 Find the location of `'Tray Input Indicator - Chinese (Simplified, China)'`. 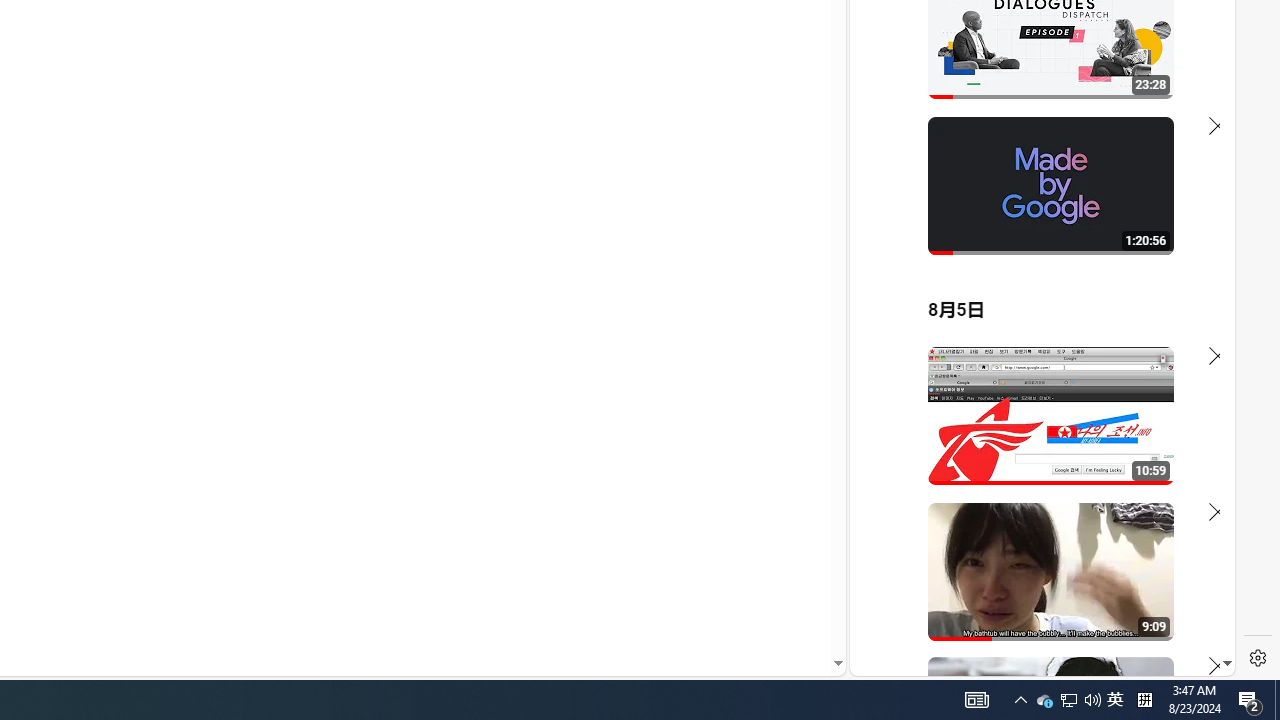

'Tray Input Indicator - Chinese (Simplified, China)' is located at coordinates (1144, 698).